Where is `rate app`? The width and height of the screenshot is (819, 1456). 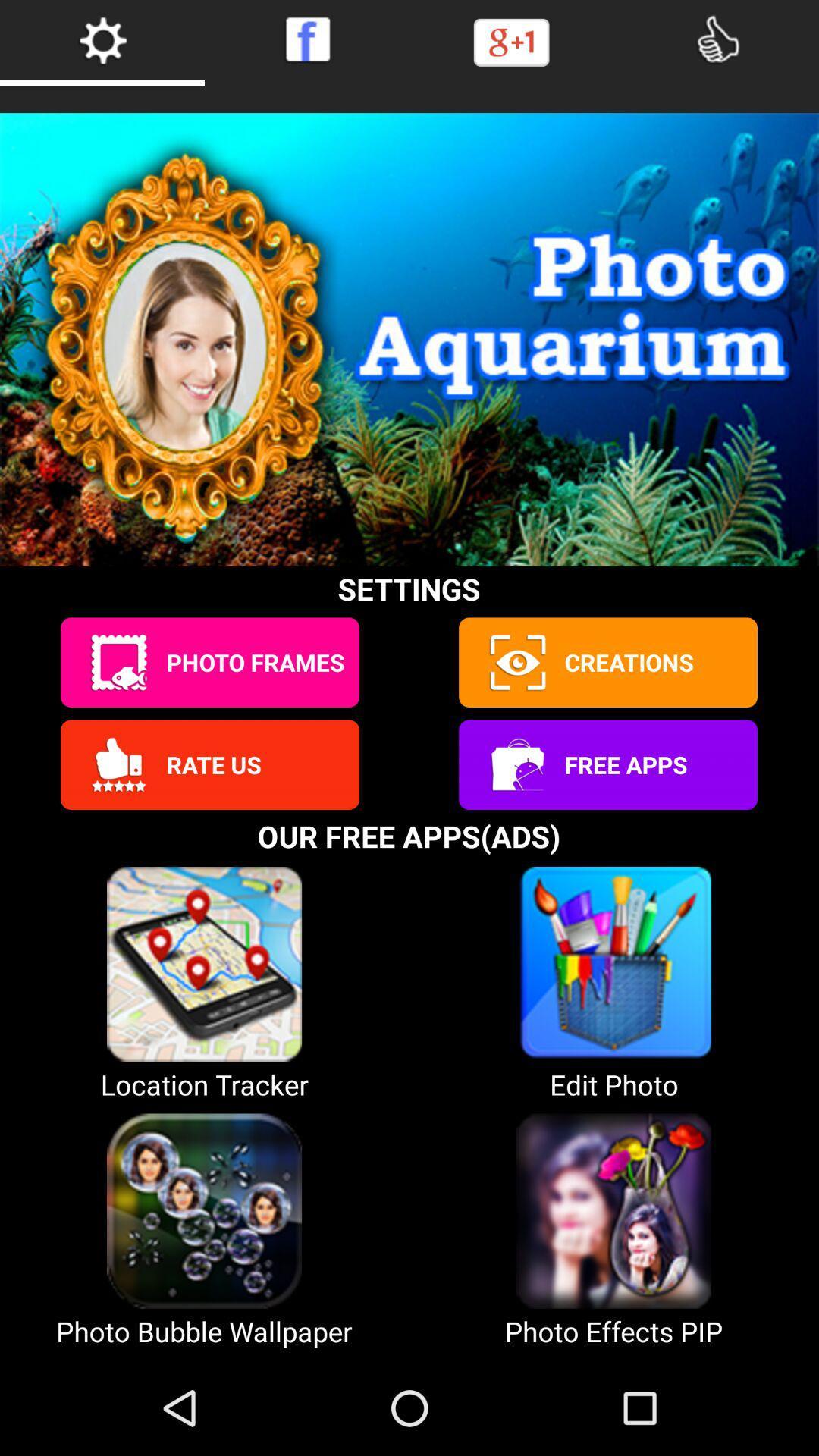
rate app is located at coordinates (118, 764).